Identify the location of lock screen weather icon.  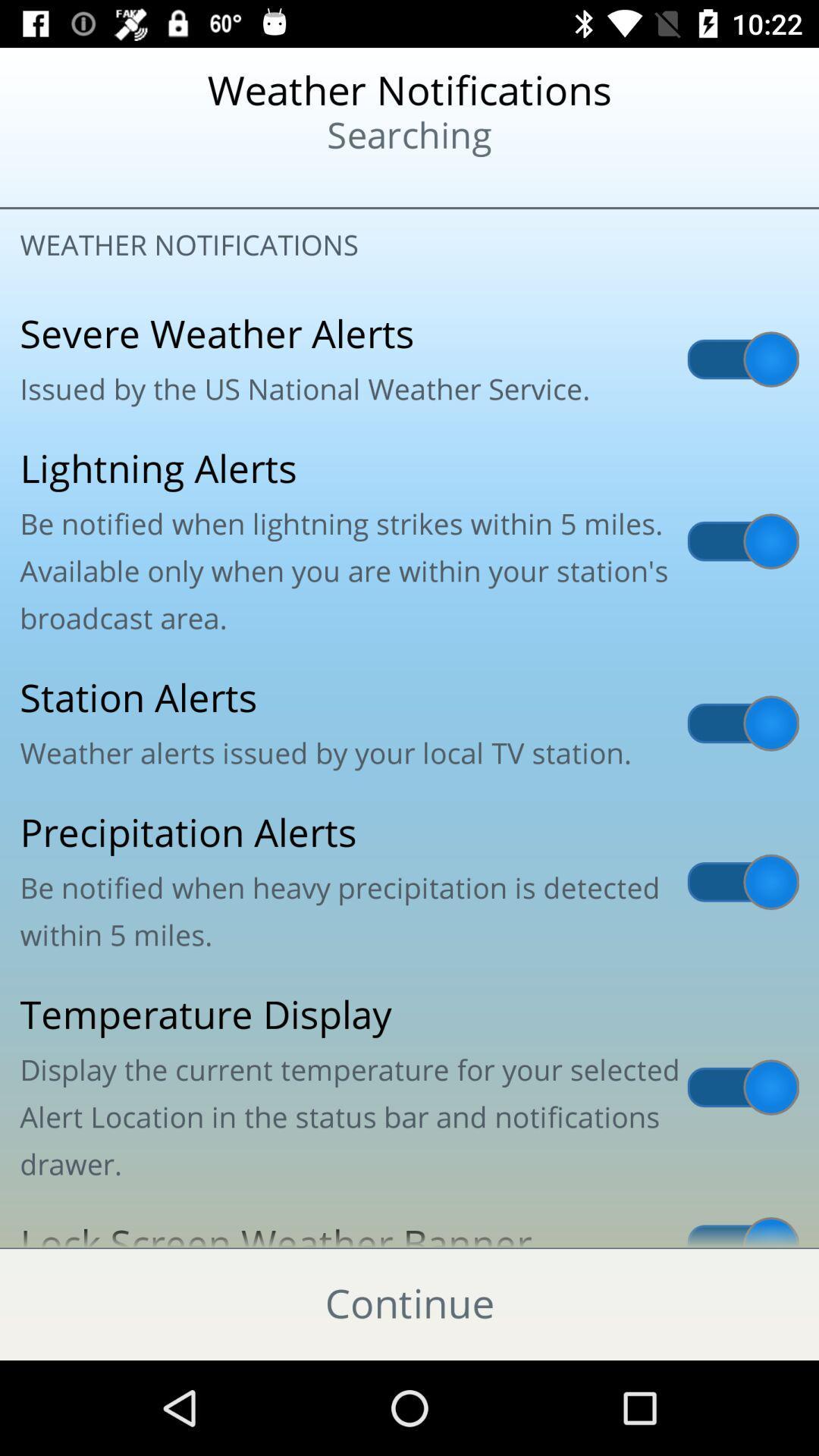
(409, 1225).